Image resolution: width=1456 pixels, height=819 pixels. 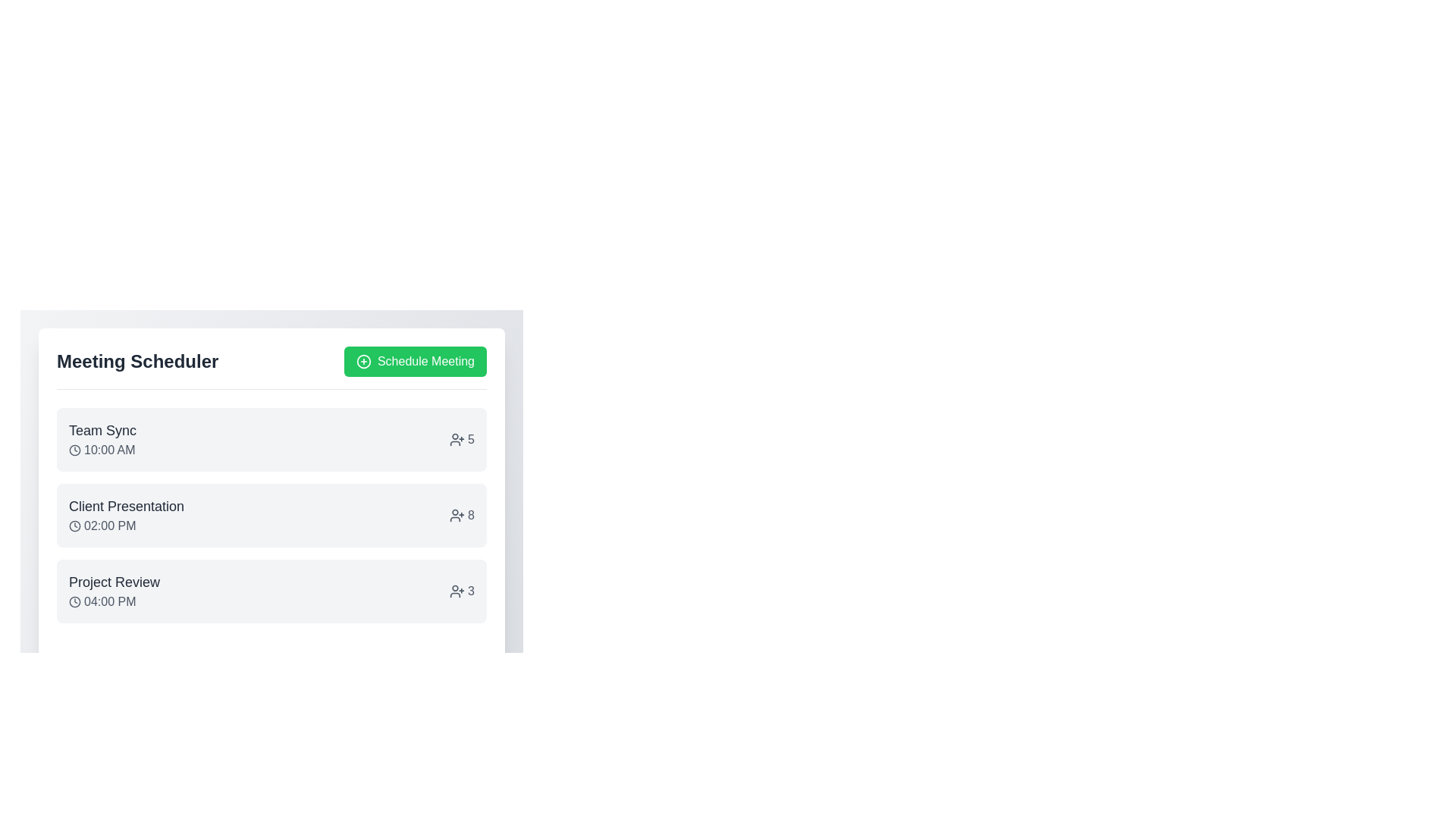 I want to click on the clock icon indicating the time aspect of the 'Project Review' event, located between the event description and '04:00 PM', so click(x=74, y=601).